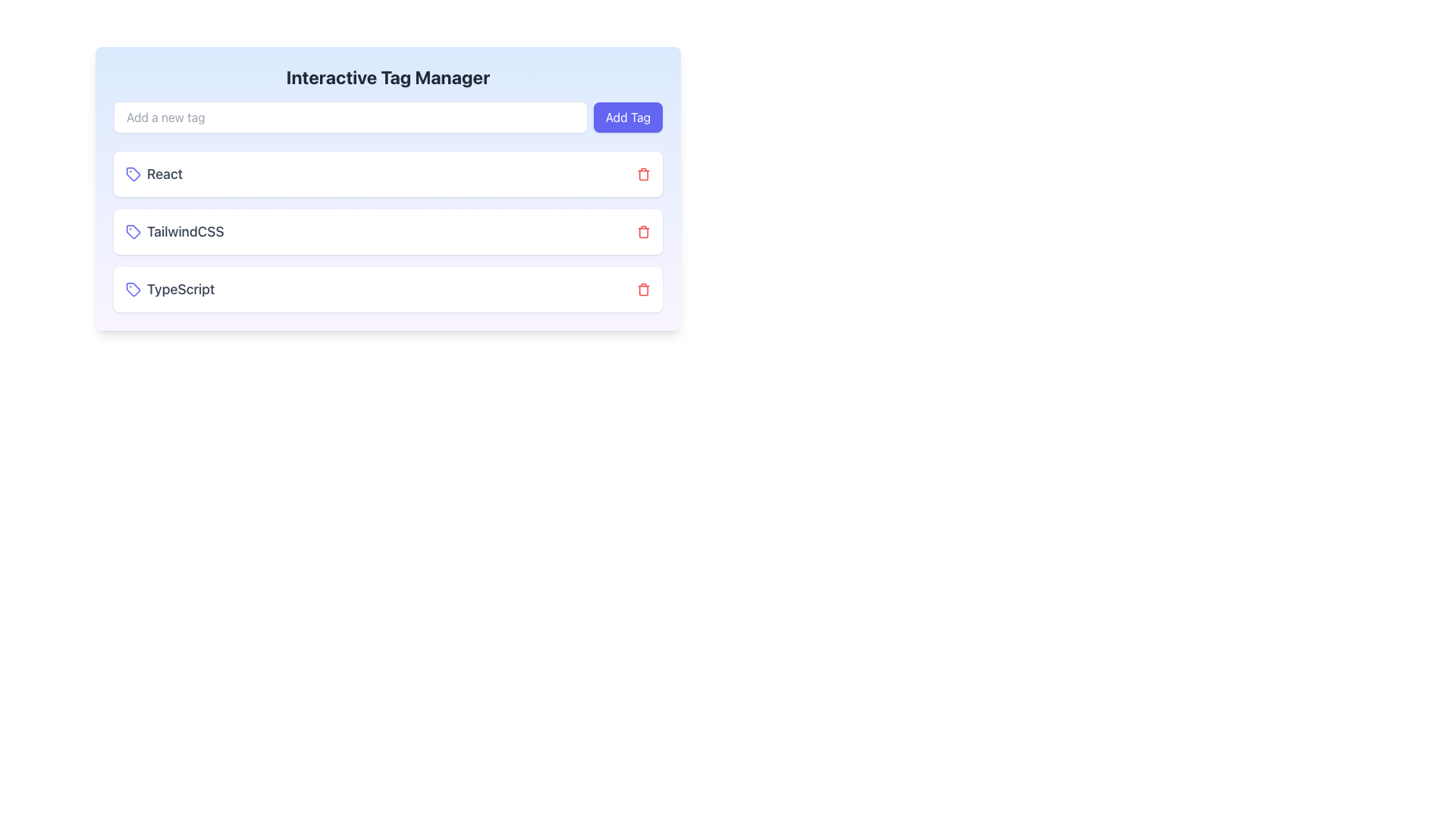  What do you see at coordinates (644, 289) in the screenshot?
I see `the small red trash can icon located at the far right of the TypeScript entry` at bounding box center [644, 289].